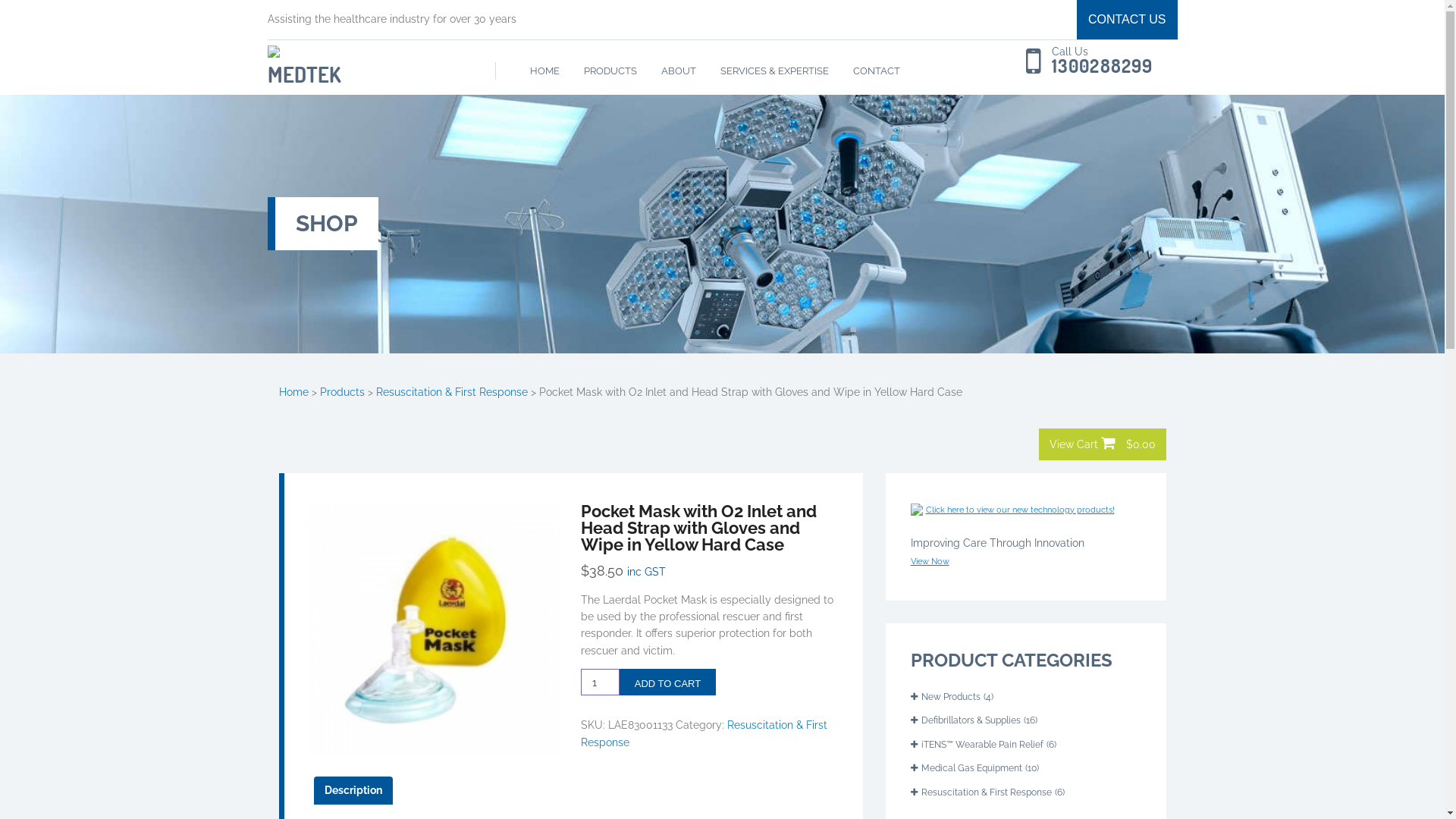  I want to click on '1300288299', so click(1093, 66).